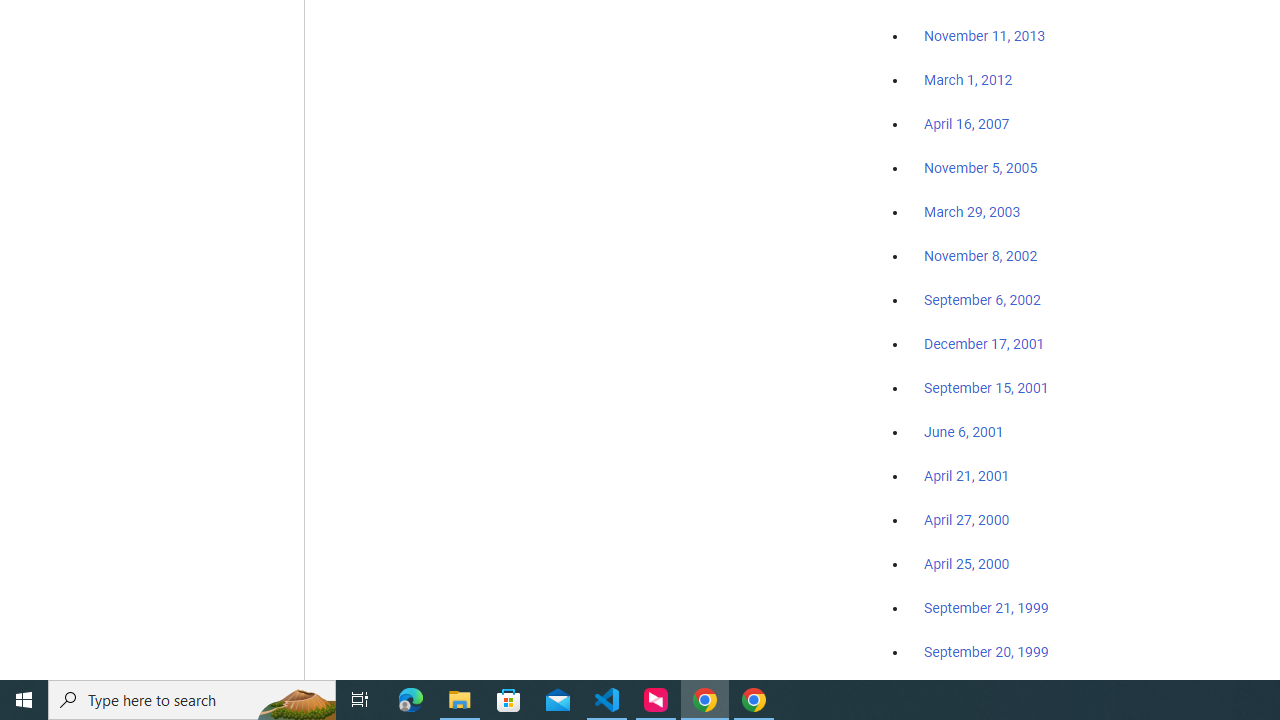 The width and height of the screenshot is (1280, 720). I want to click on 'June 6, 2001', so click(963, 431).